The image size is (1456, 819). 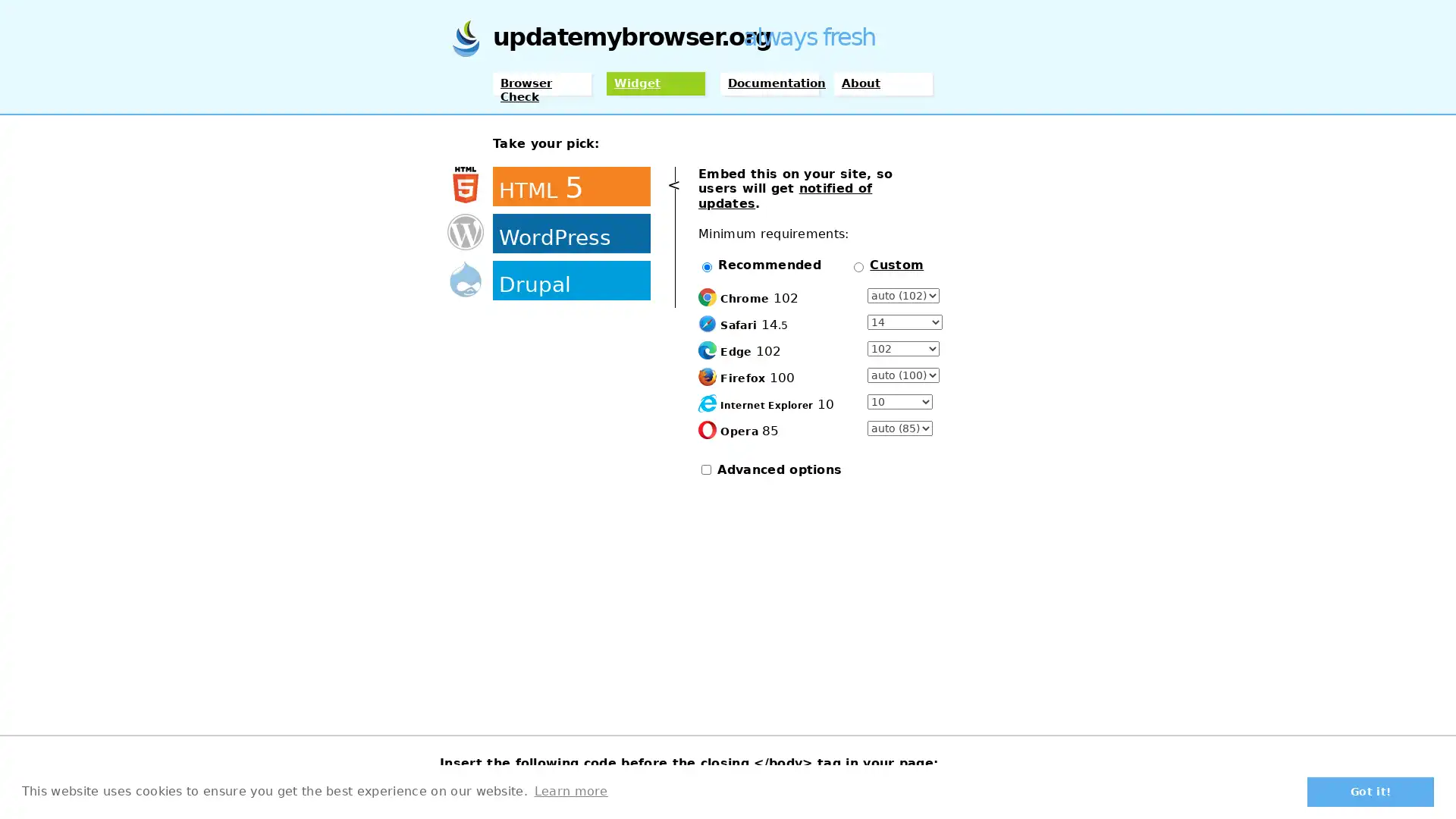 I want to click on learn more about cookies, so click(x=570, y=791).